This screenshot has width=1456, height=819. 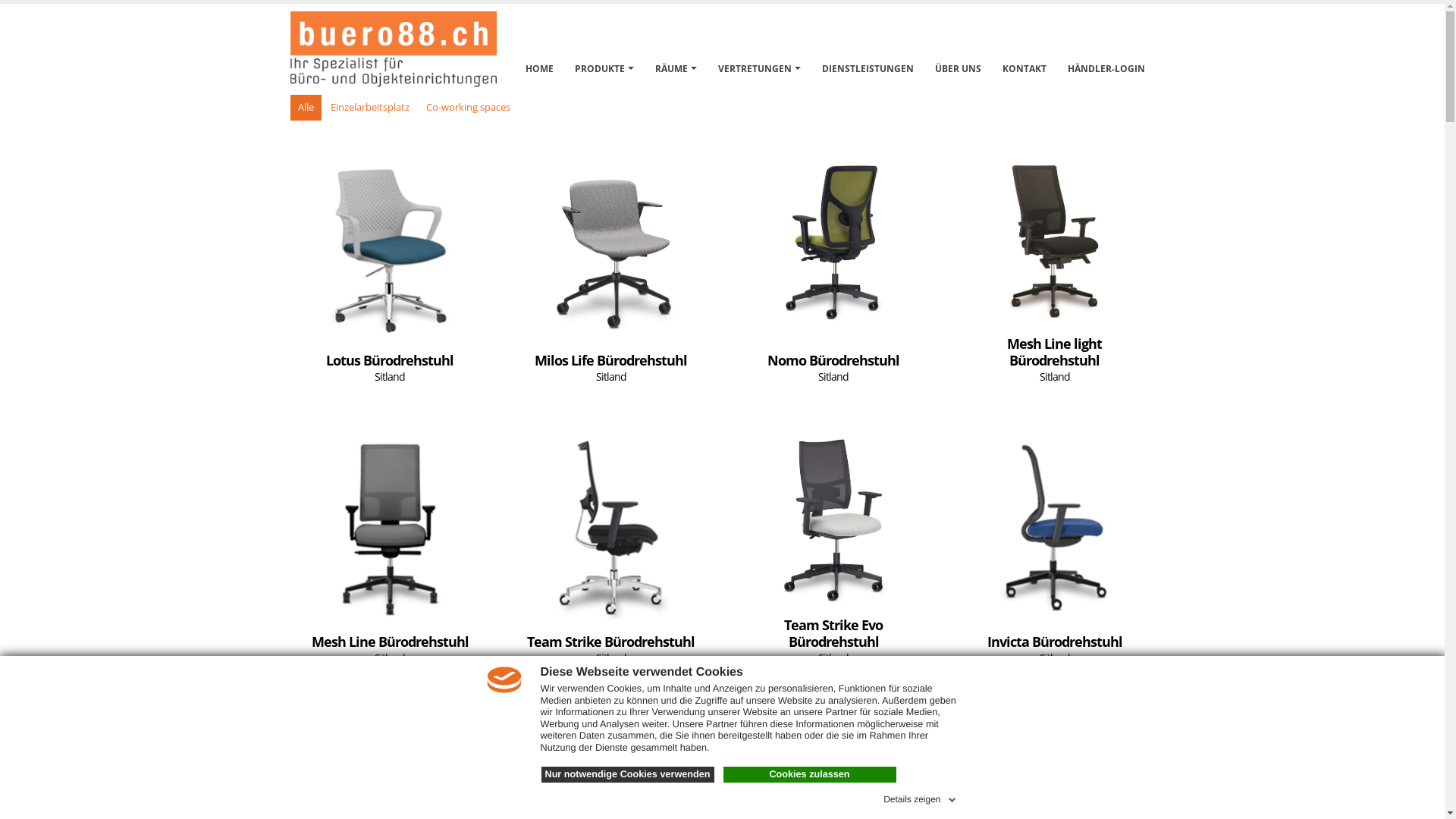 What do you see at coordinates (516, 52) in the screenshot?
I see `'HOME'` at bounding box center [516, 52].